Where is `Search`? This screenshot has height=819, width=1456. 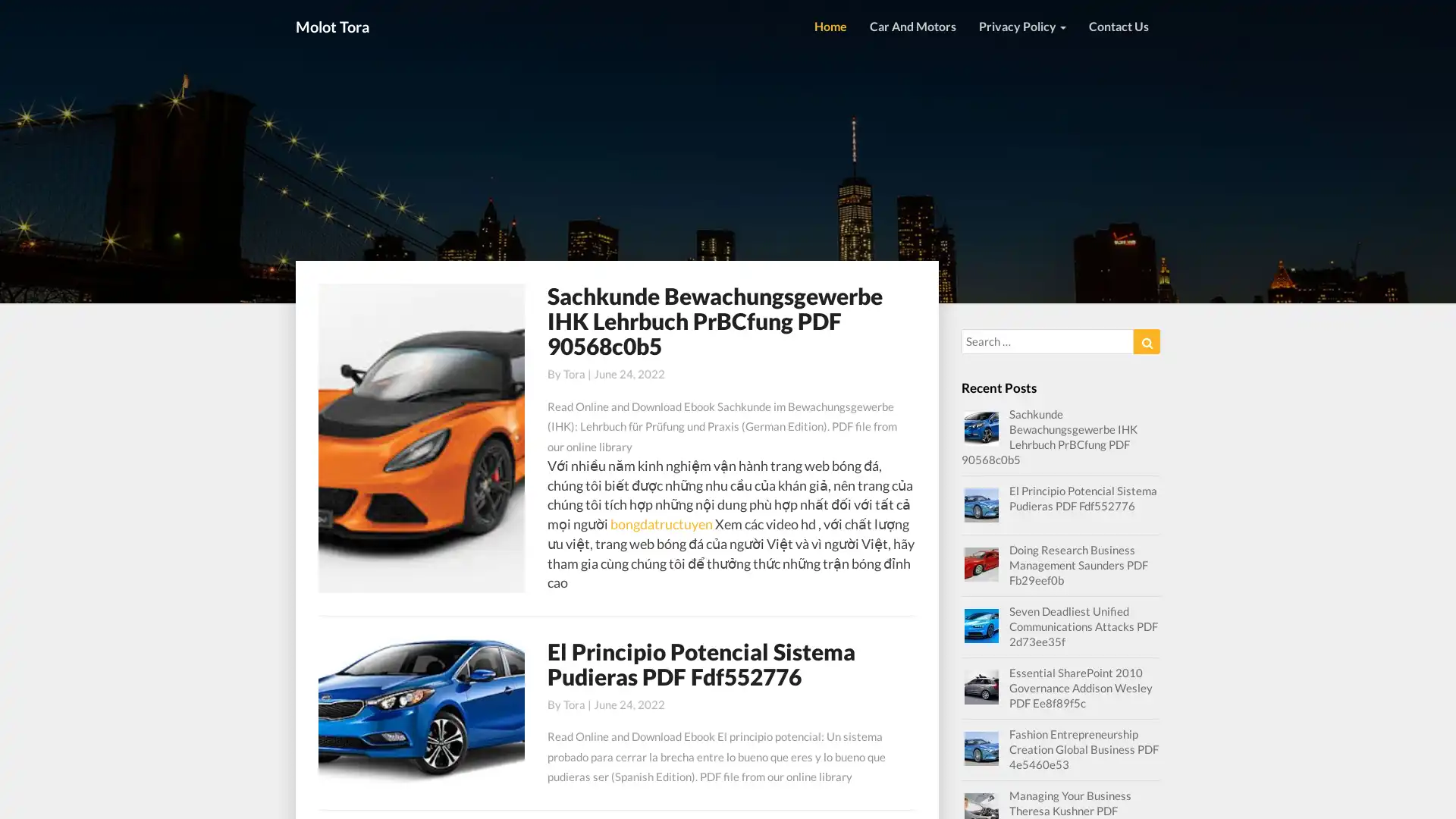
Search is located at coordinates (1147, 341).